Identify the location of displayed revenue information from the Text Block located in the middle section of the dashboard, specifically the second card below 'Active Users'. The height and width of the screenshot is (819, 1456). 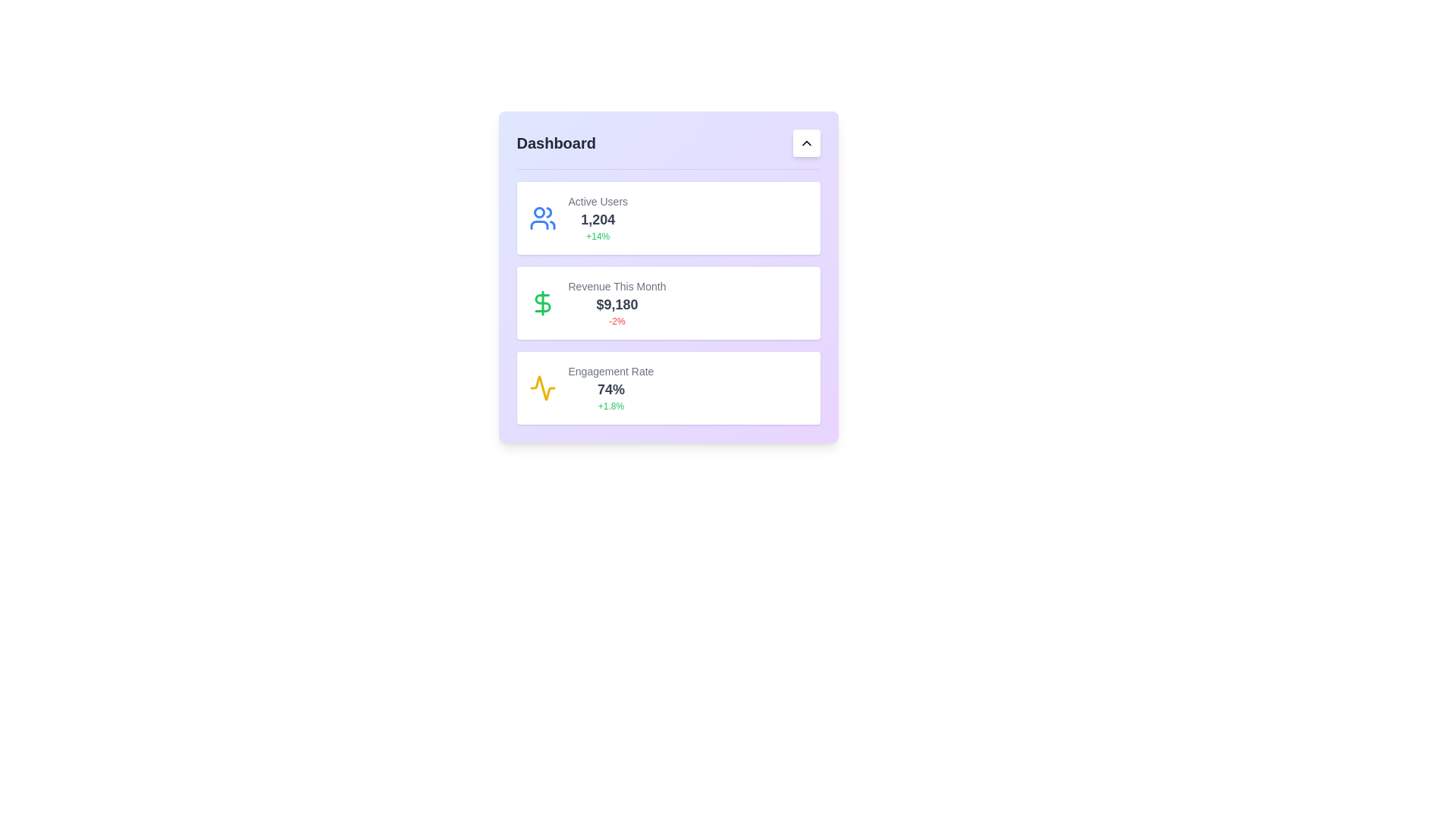
(617, 303).